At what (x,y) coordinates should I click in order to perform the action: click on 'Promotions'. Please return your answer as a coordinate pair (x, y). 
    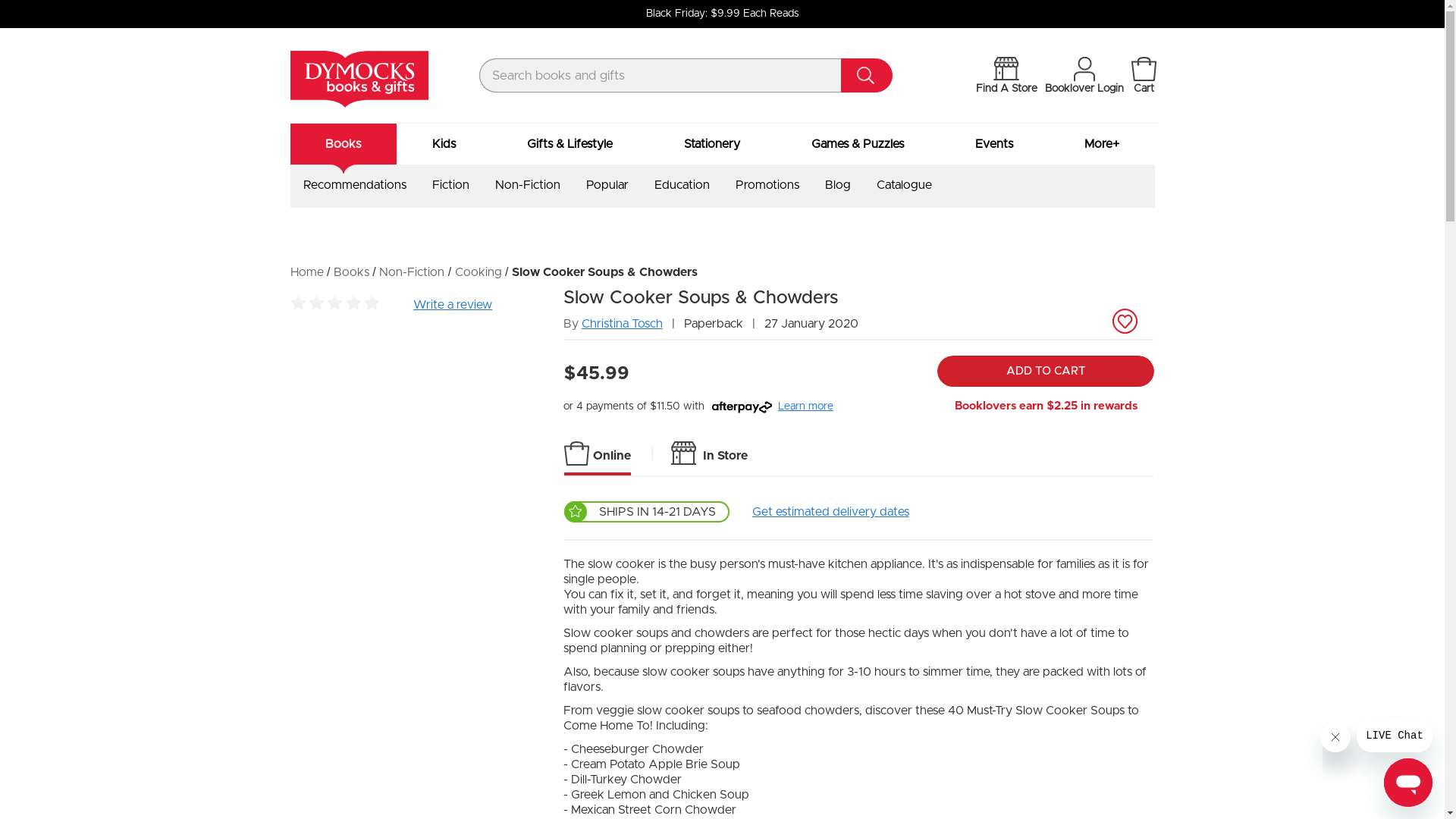
    Looking at the image, I should click on (767, 184).